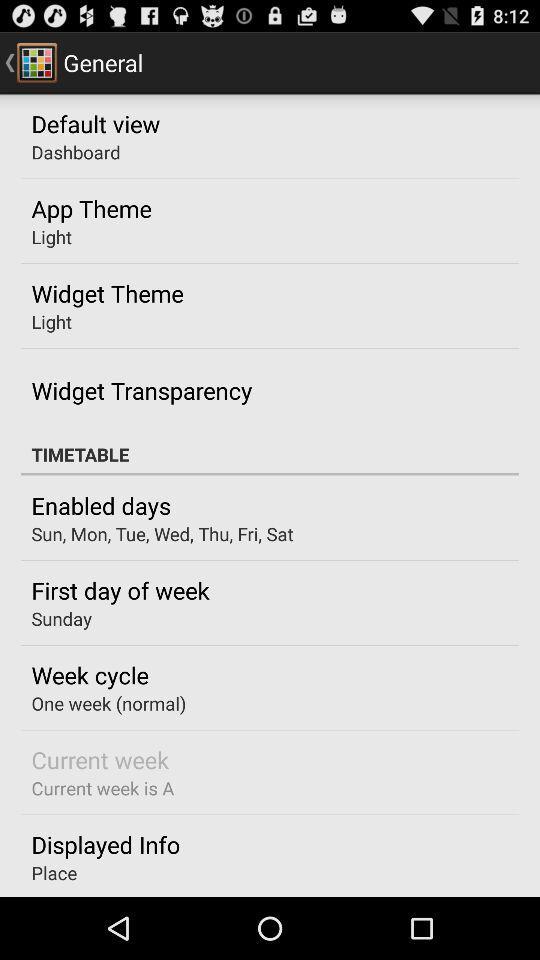 The width and height of the screenshot is (540, 960). Describe the element at coordinates (89, 675) in the screenshot. I see `app above one week (normal)` at that location.